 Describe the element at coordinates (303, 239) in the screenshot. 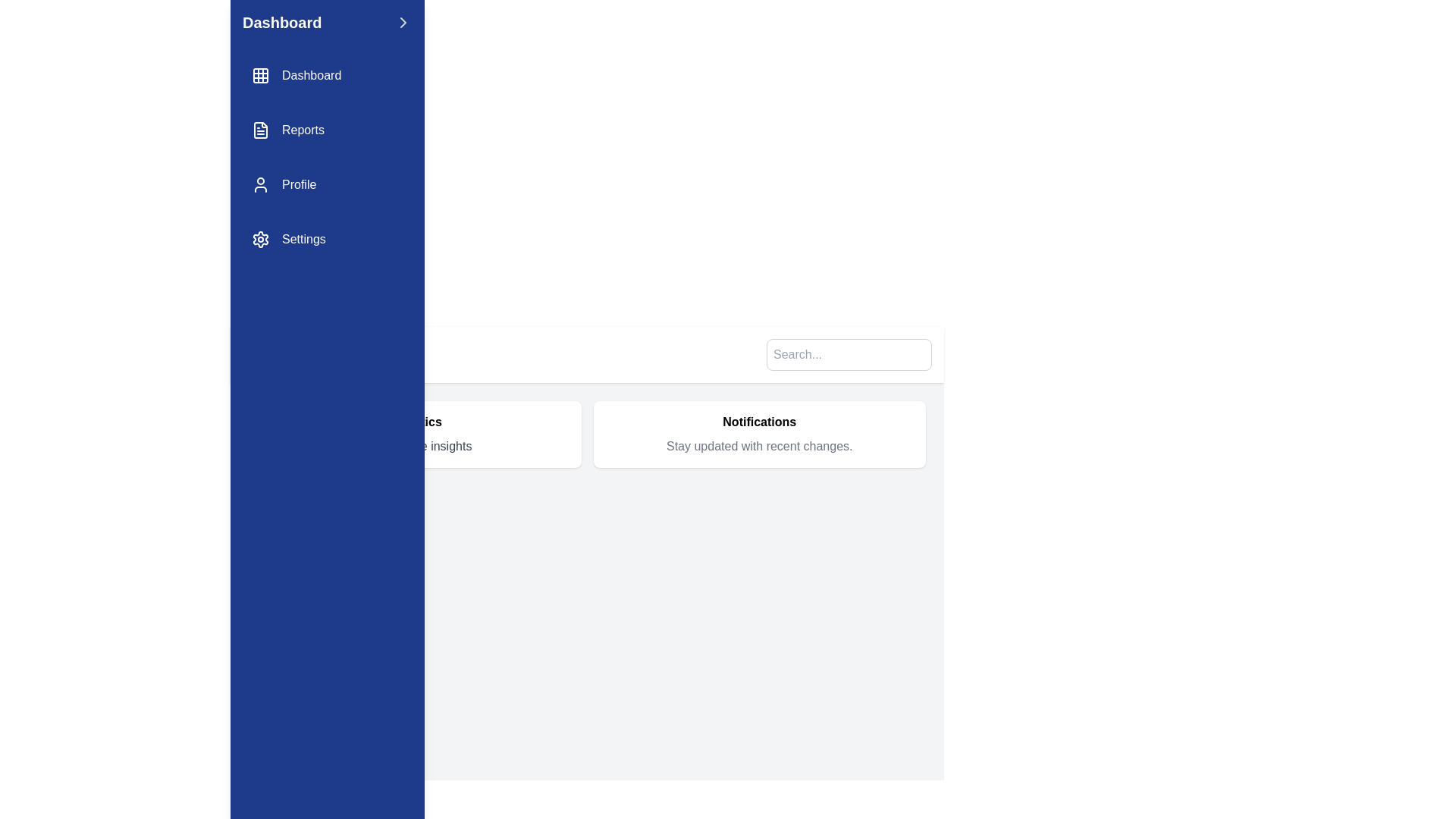

I see `the 'Settings' text label, which is styled in white against a dark blue background and located as the fourth item in the vertical navigation menu` at that location.